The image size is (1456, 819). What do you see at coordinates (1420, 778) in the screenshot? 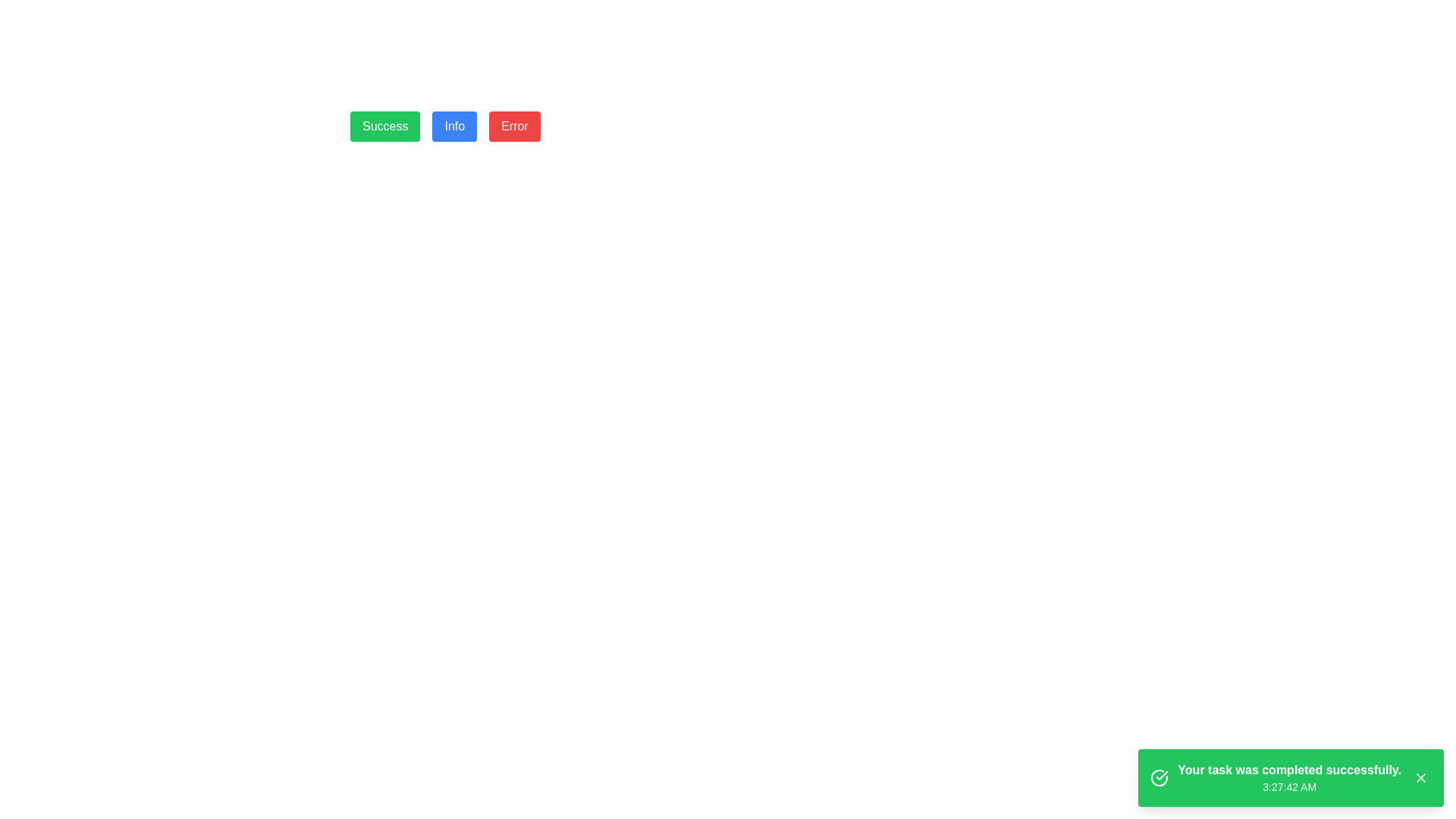
I see `the button located in the bottom-right corner of the green notification message box` at bounding box center [1420, 778].